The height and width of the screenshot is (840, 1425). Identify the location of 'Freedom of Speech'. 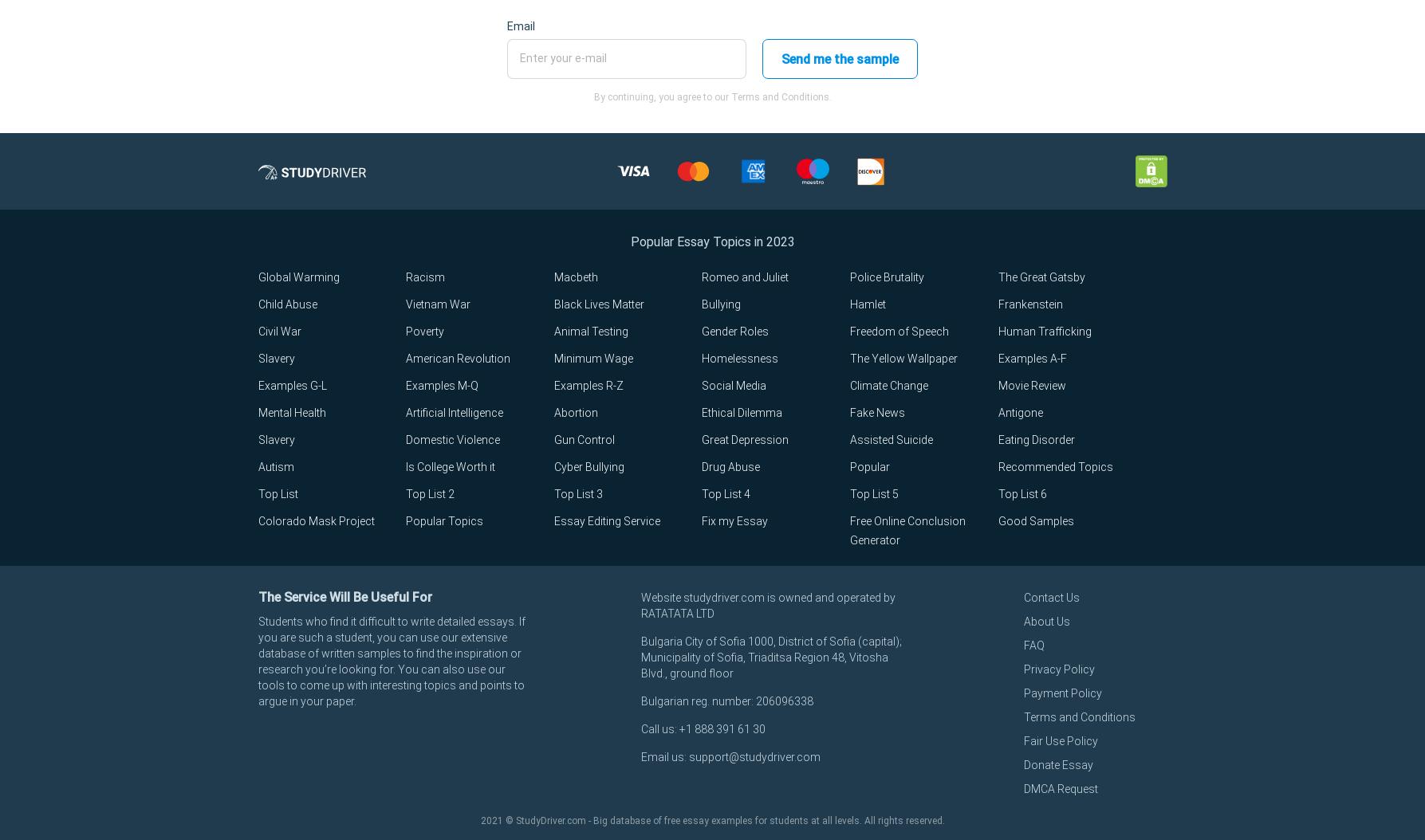
(899, 331).